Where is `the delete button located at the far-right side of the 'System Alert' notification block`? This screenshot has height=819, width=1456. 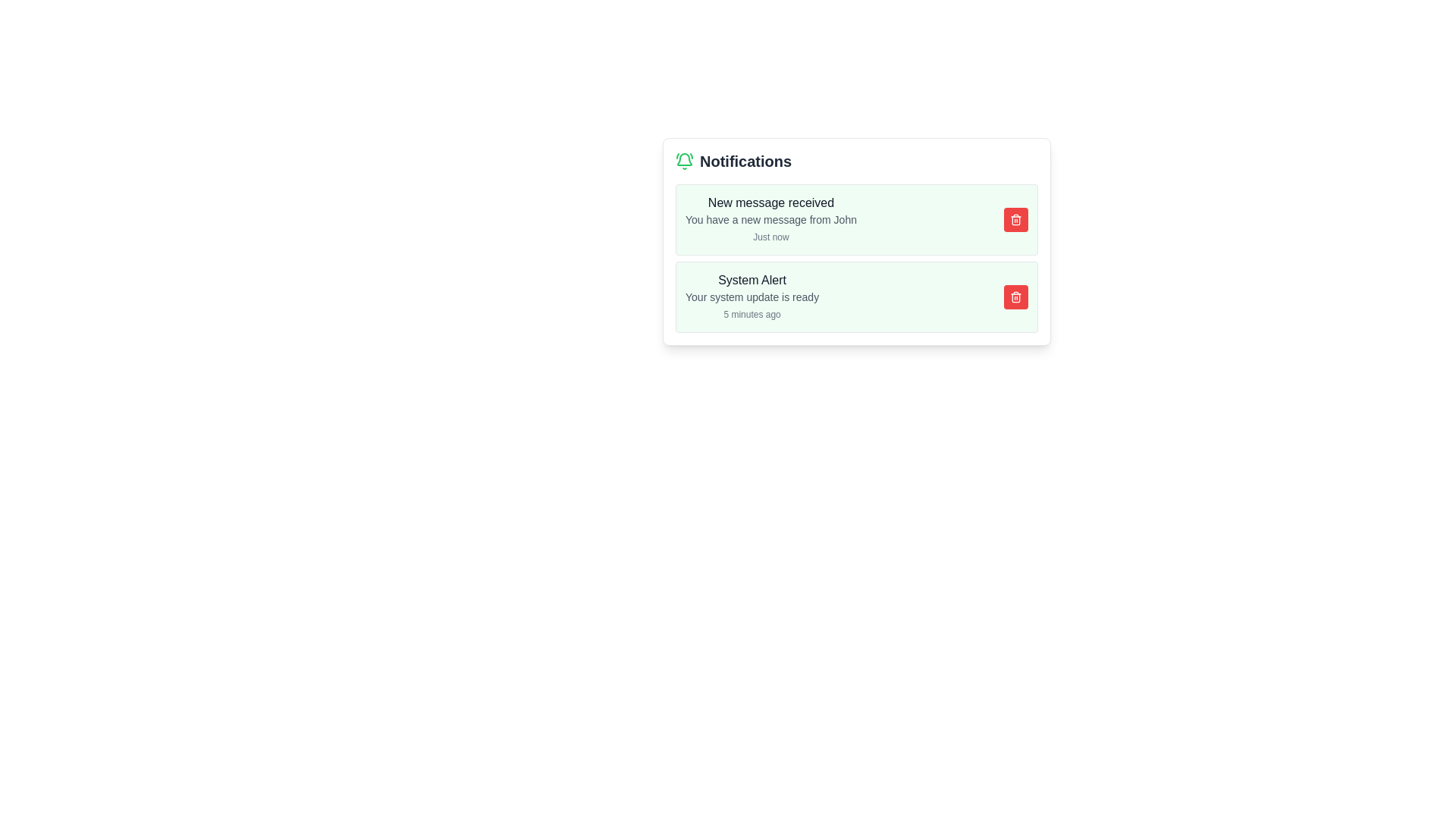
the delete button located at the far-right side of the 'System Alert' notification block is located at coordinates (1015, 297).